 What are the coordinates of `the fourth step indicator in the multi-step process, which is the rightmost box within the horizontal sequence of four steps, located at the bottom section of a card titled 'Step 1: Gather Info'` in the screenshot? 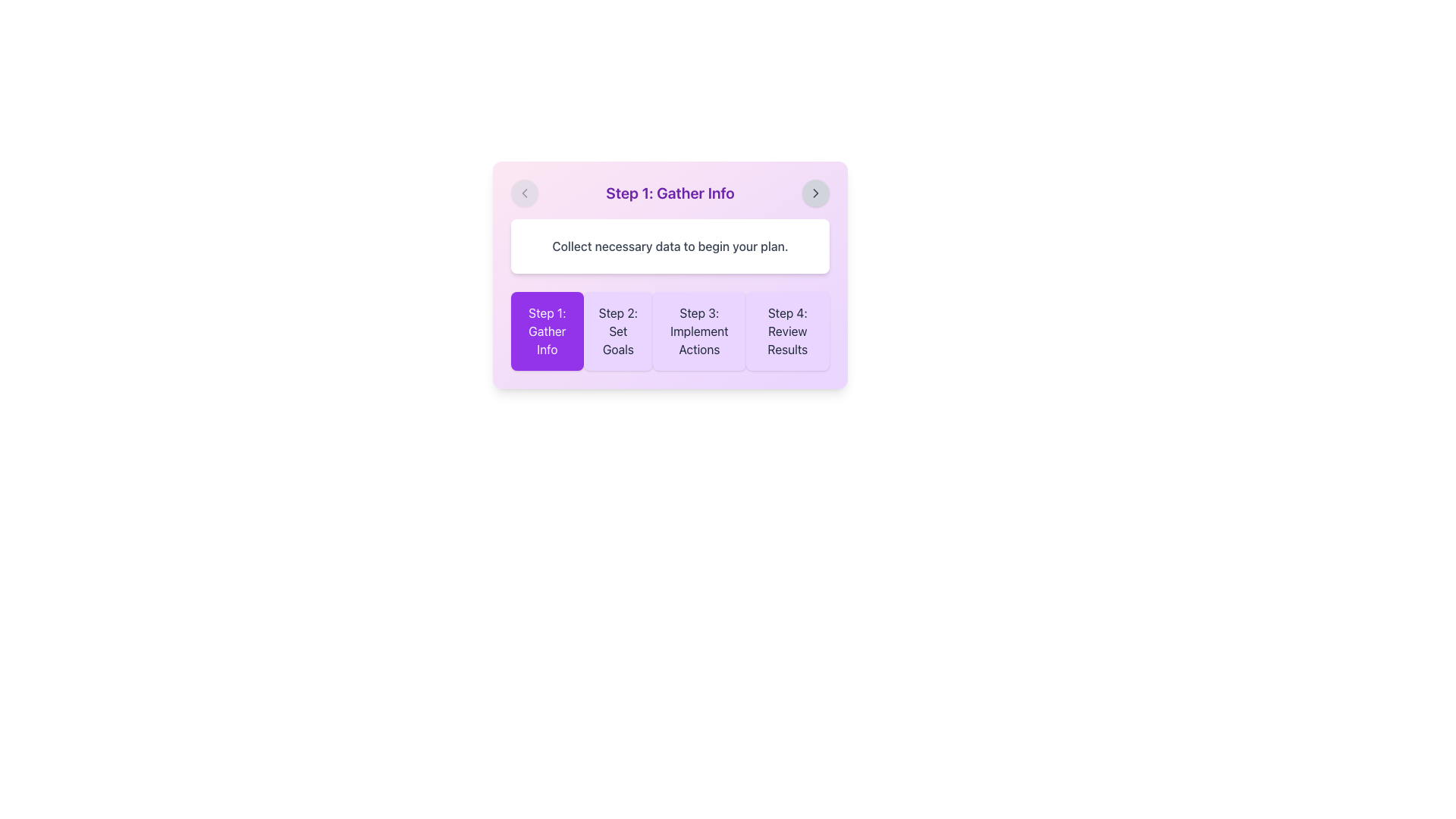 It's located at (787, 330).